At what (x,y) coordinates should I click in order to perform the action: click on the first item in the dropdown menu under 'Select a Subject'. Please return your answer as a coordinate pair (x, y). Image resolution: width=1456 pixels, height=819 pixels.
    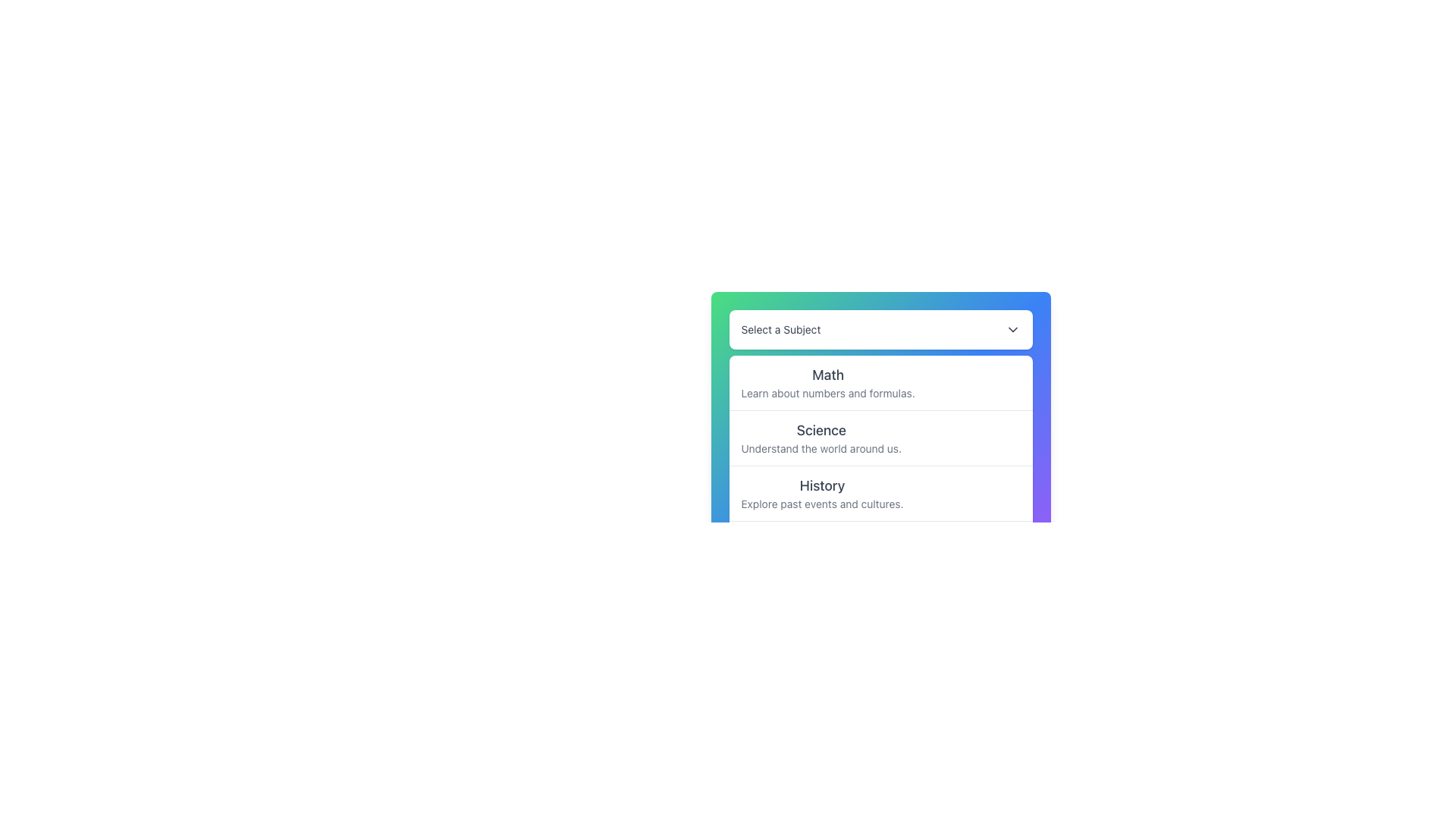
    Looking at the image, I should click on (880, 382).